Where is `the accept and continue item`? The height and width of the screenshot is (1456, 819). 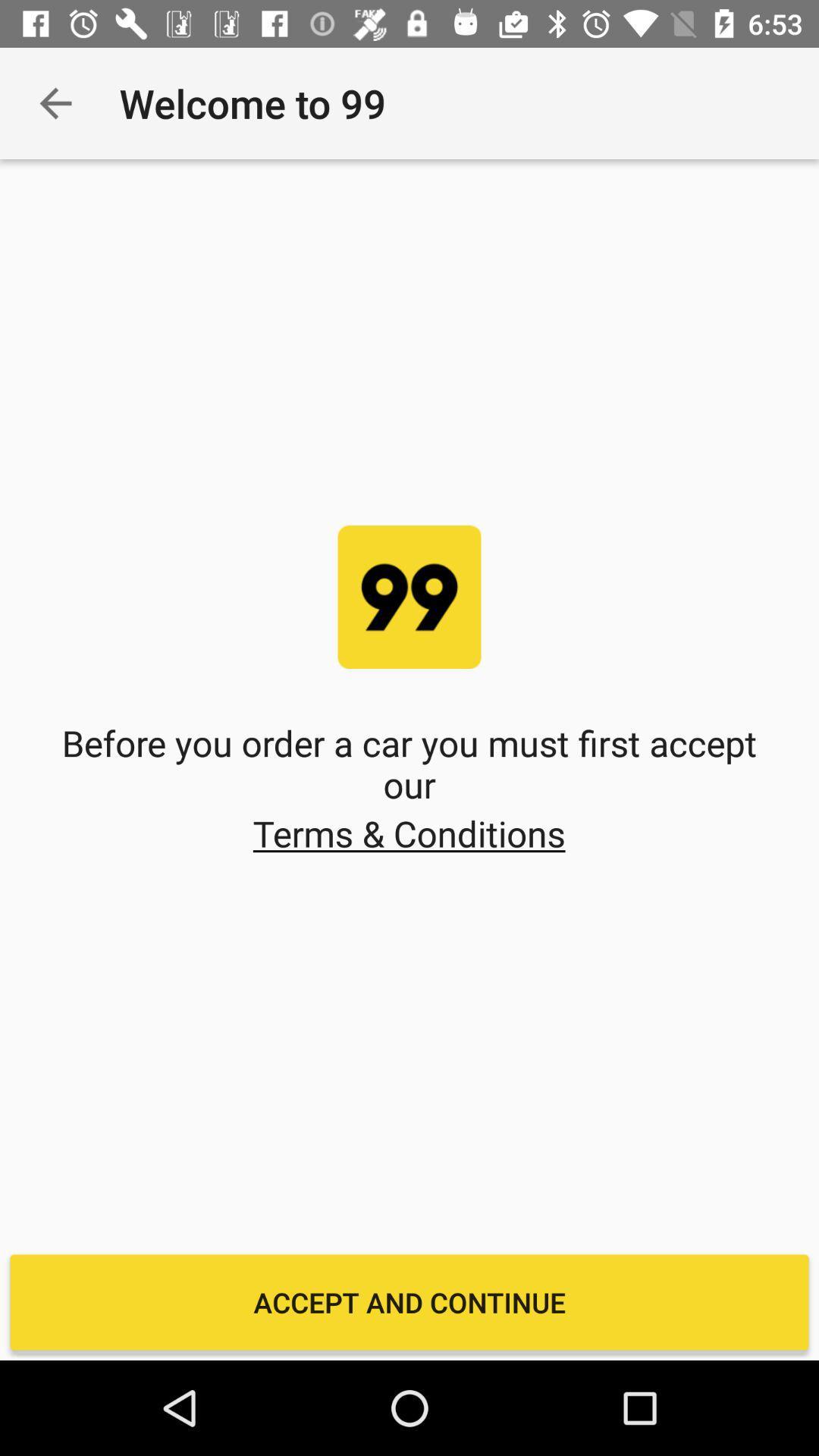 the accept and continue item is located at coordinates (409, 1301).